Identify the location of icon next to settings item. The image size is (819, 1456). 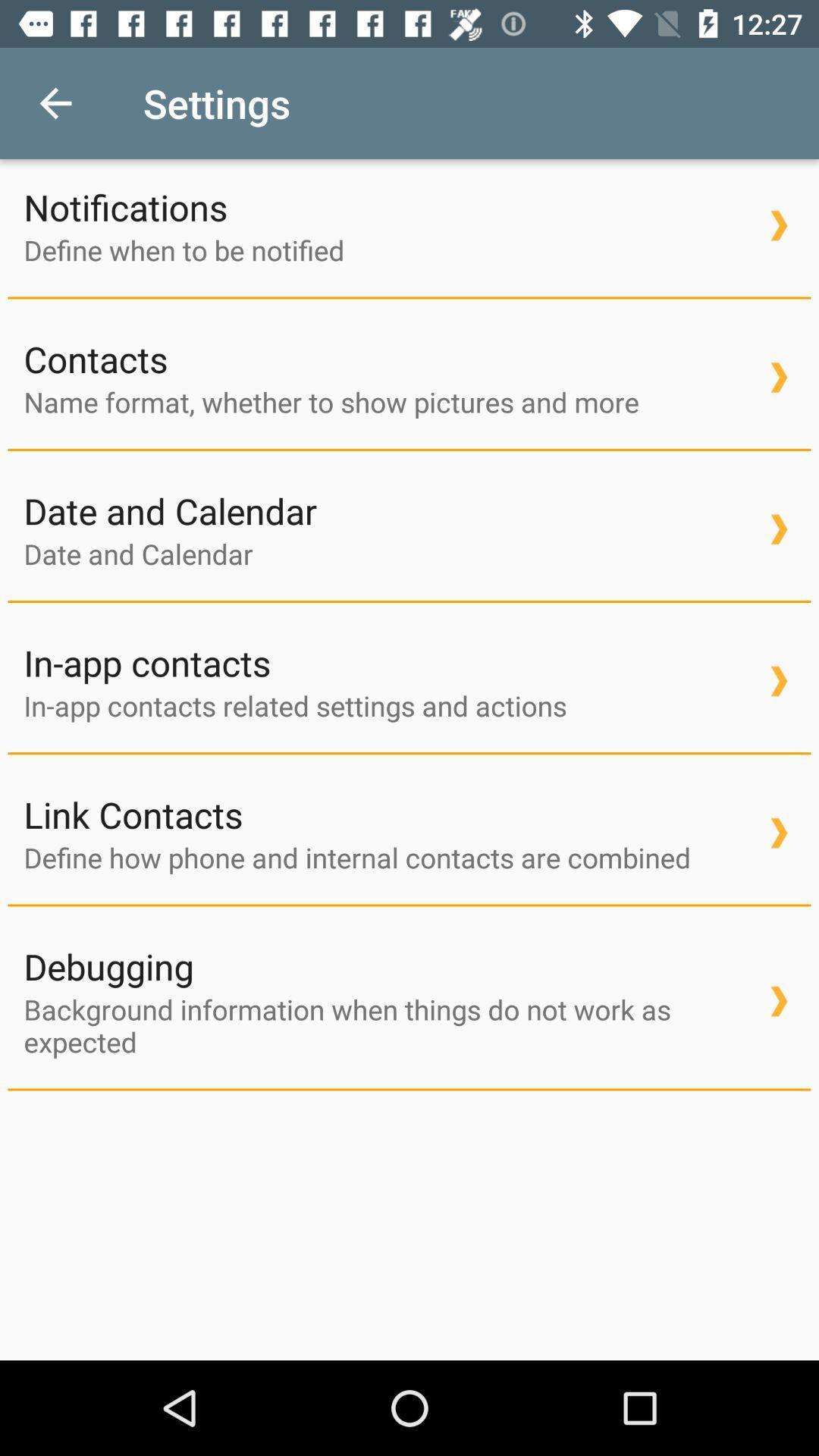
(55, 102).